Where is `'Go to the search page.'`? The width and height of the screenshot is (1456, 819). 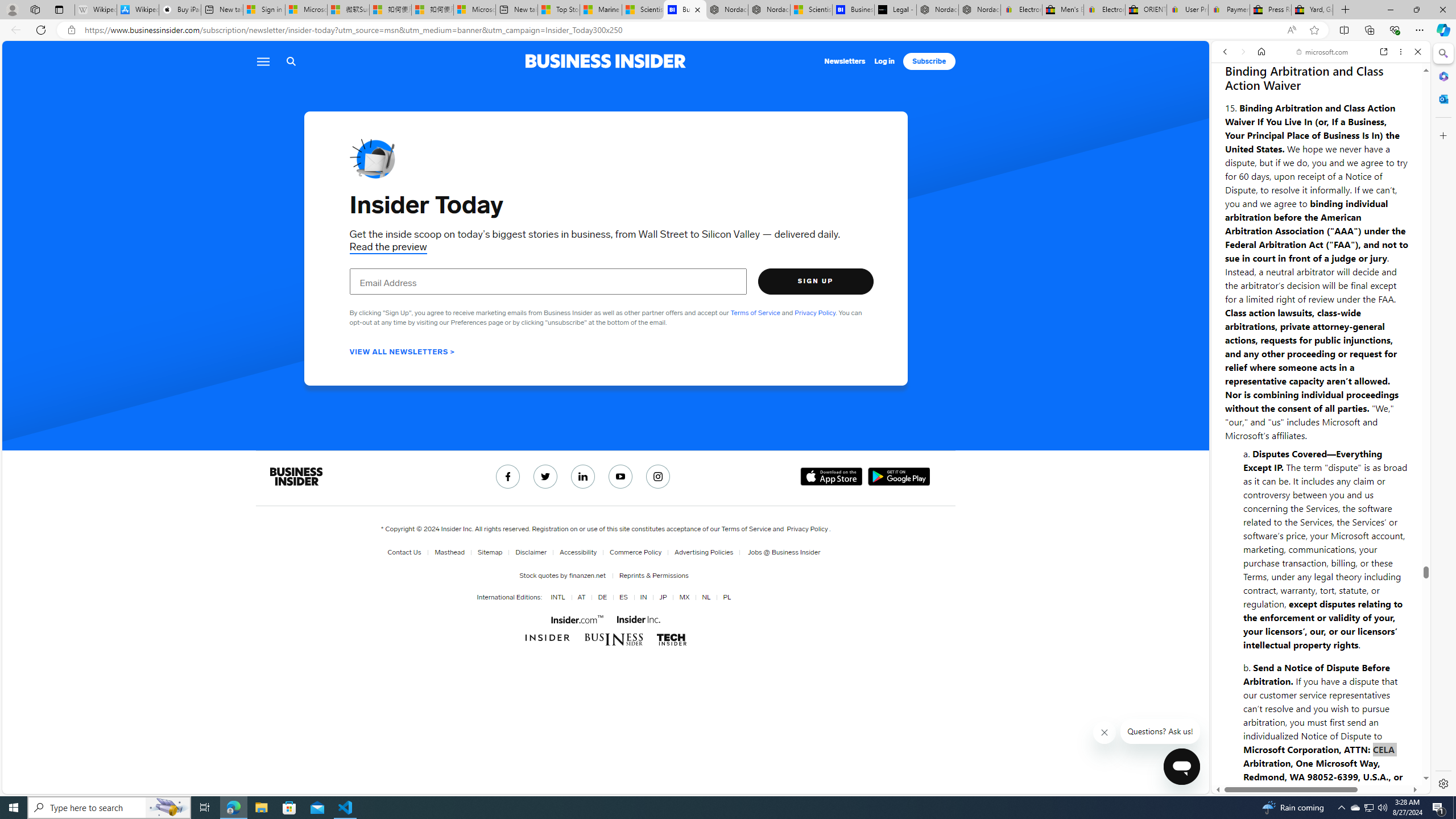
'Go to the search page.' is located at coordinates (291, 61).